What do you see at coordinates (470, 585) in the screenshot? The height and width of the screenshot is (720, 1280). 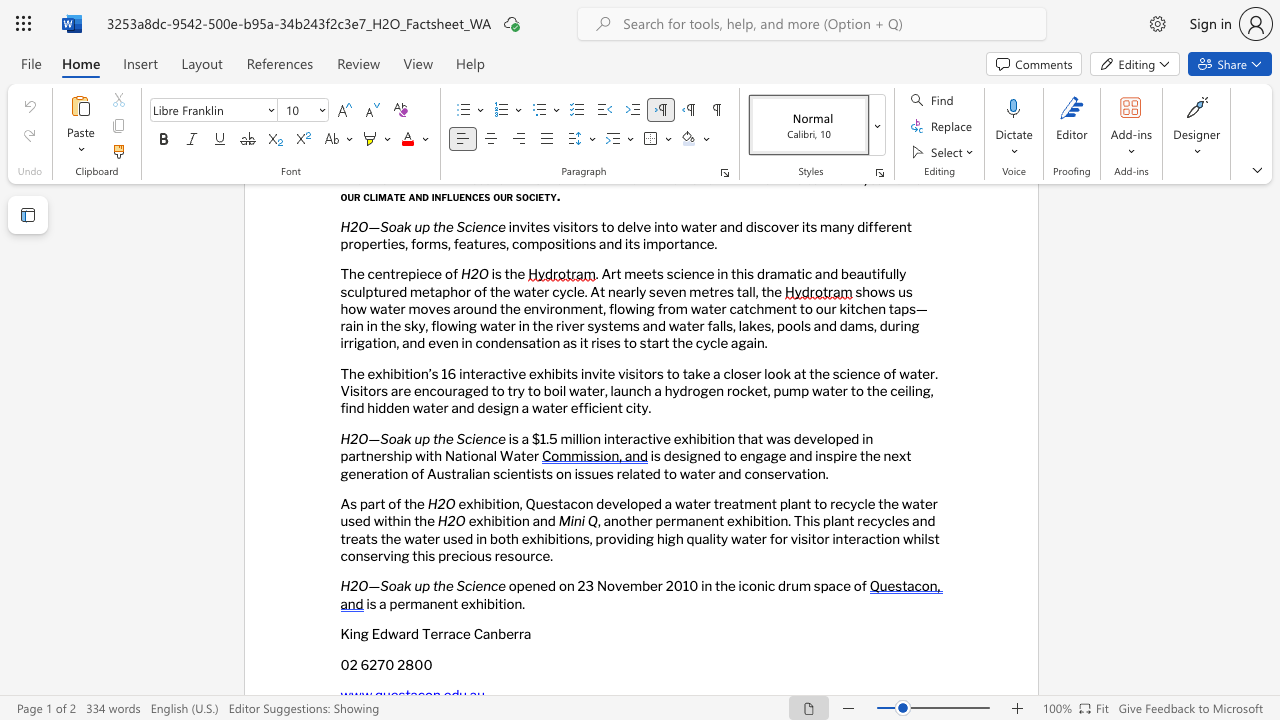 I see `the space between the continuous character "c" and "i" in the text` at bounding box center [470, 585].